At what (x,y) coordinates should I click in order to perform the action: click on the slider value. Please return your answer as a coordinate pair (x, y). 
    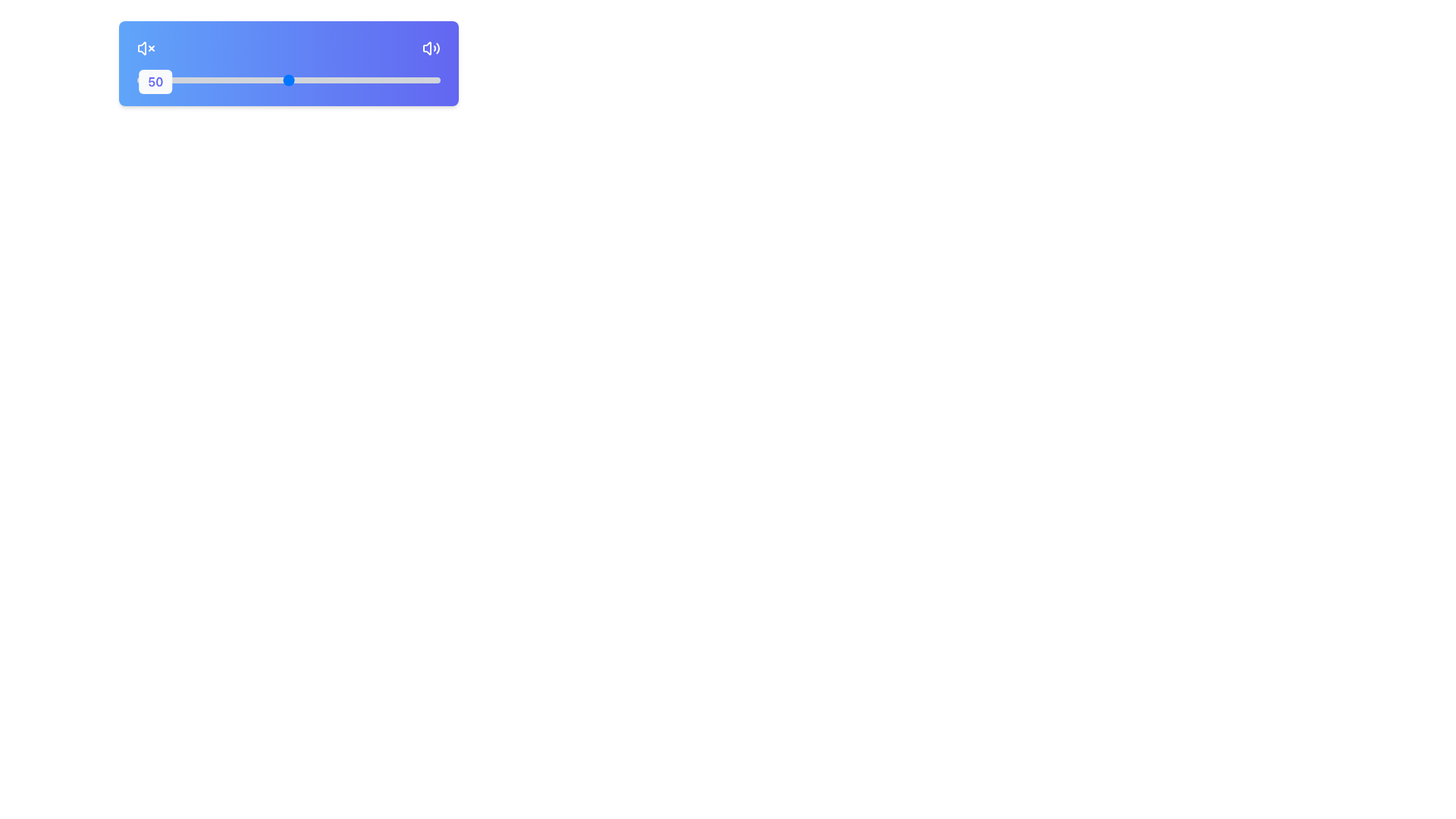
    Looking at the image, I should click on (215, 80).